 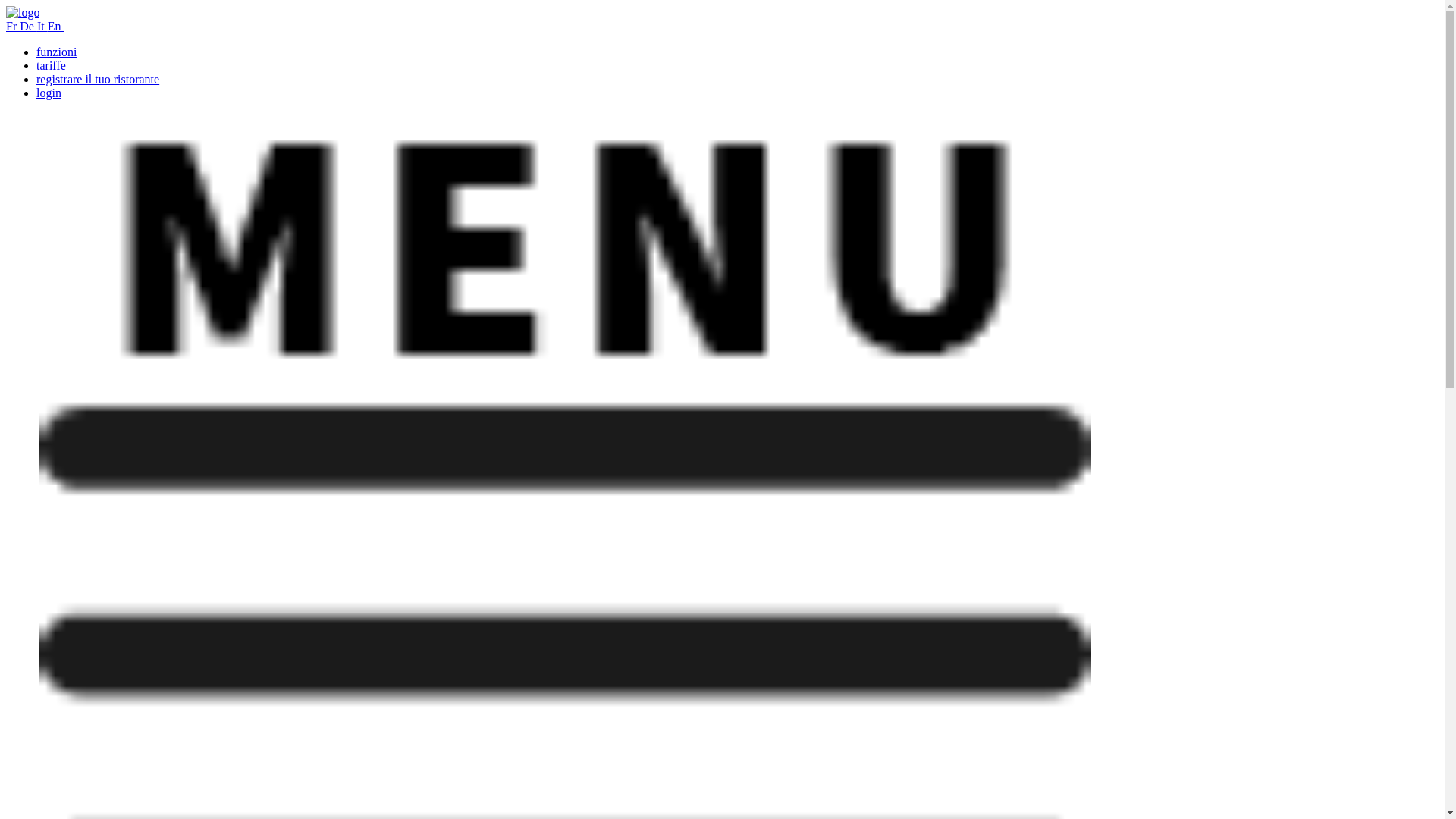 What do you see at coordinates (13, 26) in the screenshot?
I see `'Fr'` at bounding box center [13, 26].